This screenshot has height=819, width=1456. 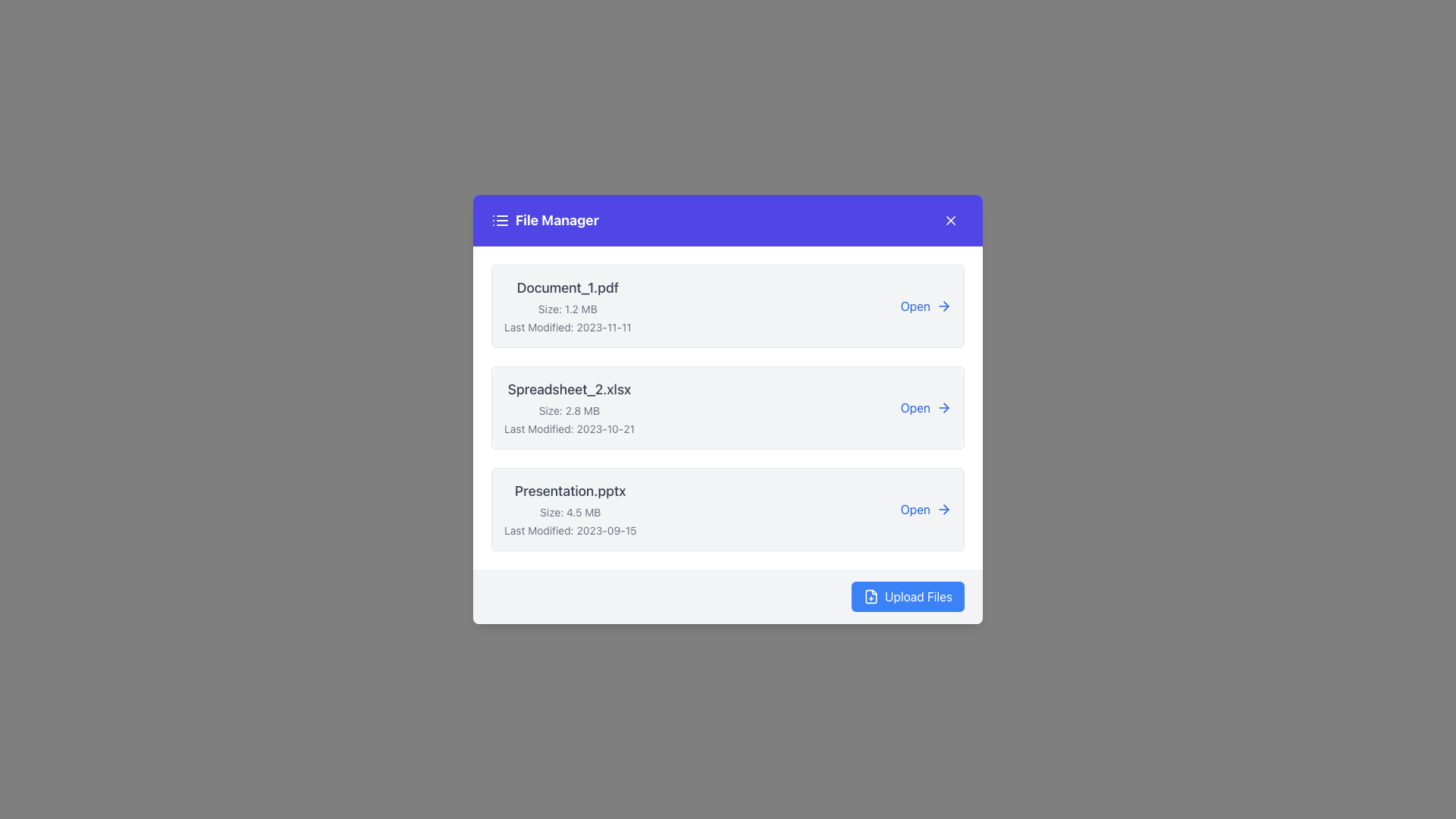 I want to click on the right-facing arrow icon located to the far right of the 'Open' label for the file 'Spreadsheet_2.xlsx', so click(x=946, y=406).